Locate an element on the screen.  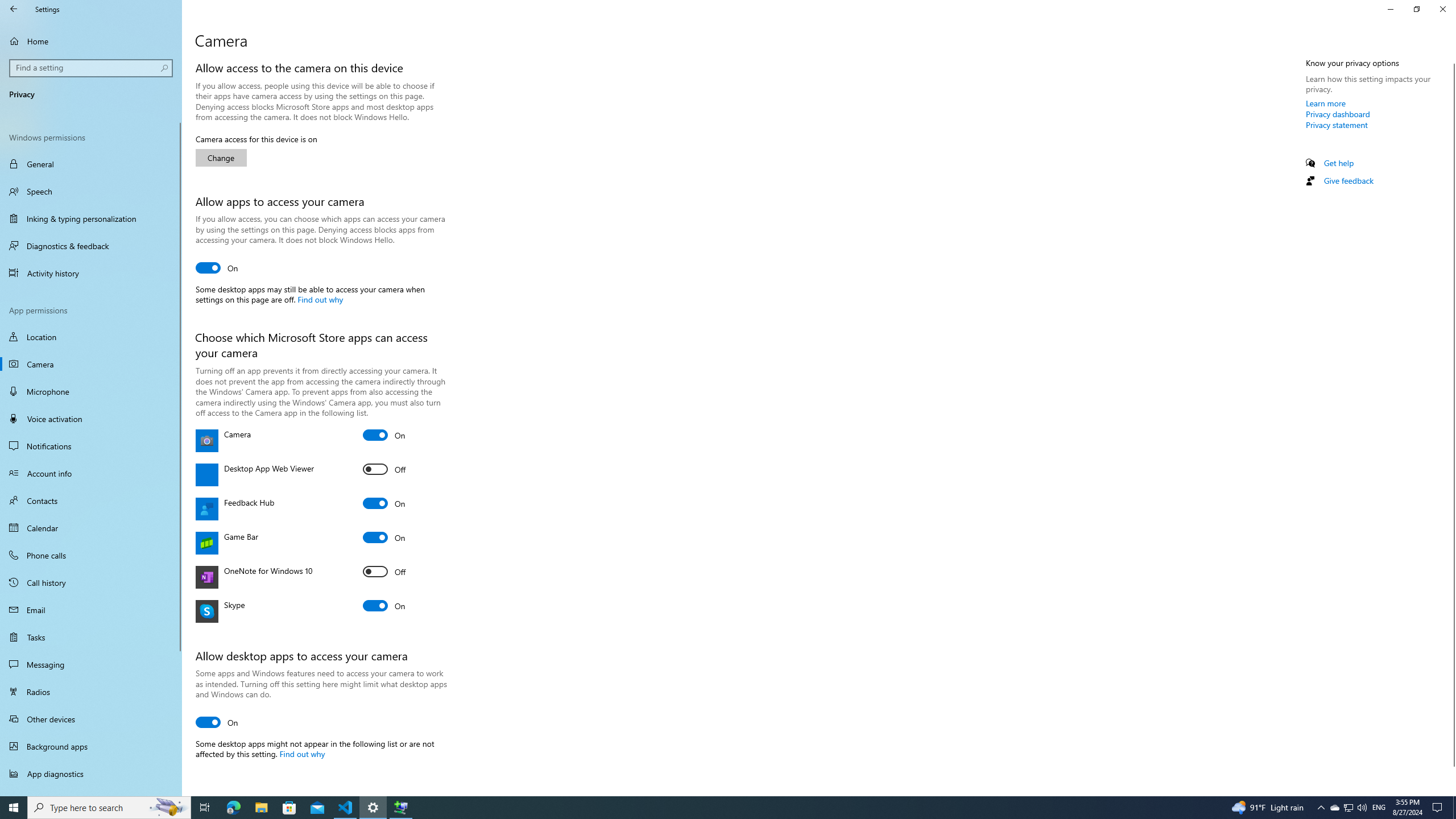
'Change' is located at coordinates (221, 157).